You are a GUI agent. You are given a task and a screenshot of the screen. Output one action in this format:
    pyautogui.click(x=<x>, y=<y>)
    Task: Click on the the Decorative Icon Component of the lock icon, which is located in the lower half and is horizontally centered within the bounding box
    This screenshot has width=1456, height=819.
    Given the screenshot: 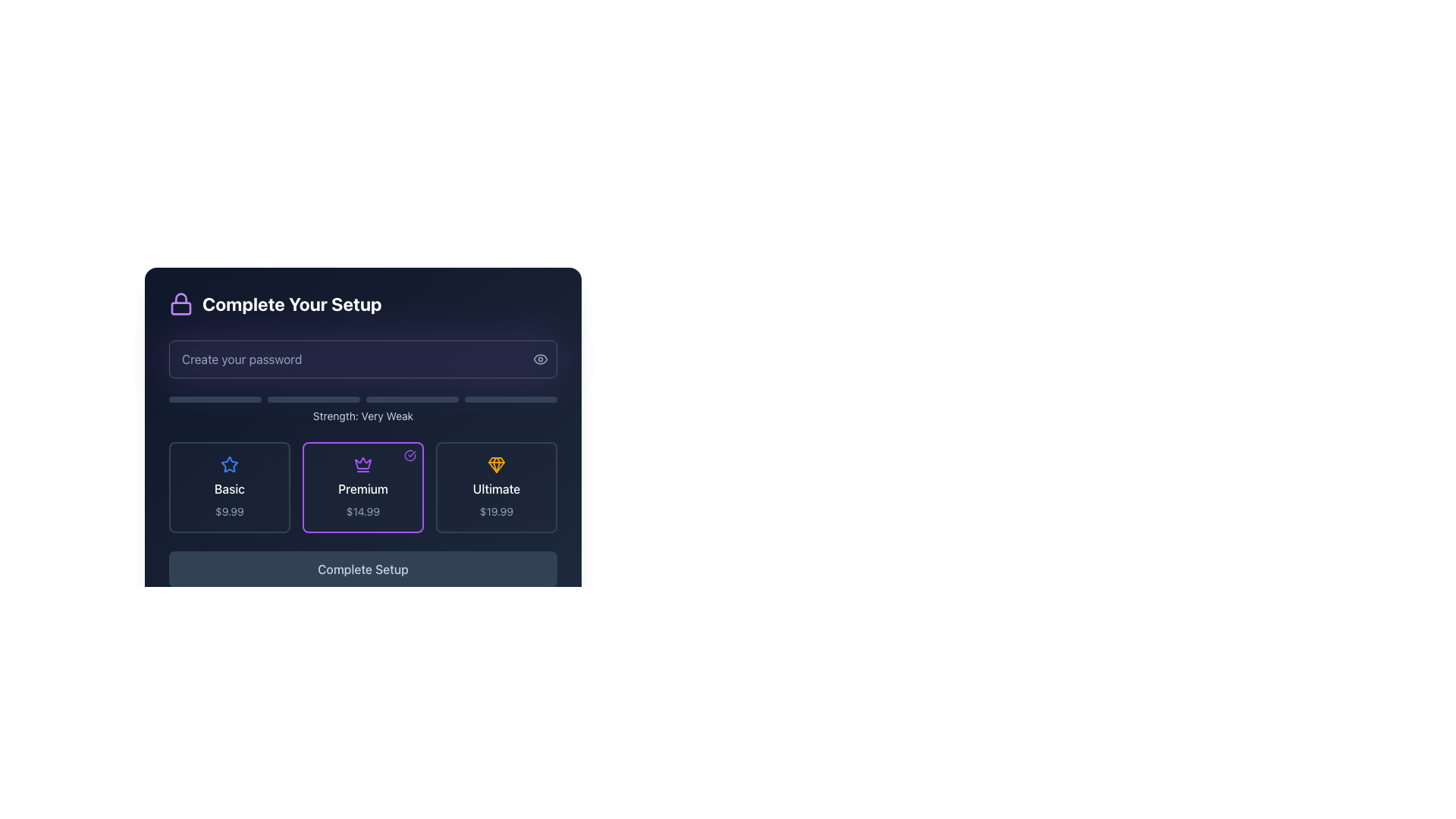 What is the action you would take?
    pyautogui.click(x=181, y=308)
    